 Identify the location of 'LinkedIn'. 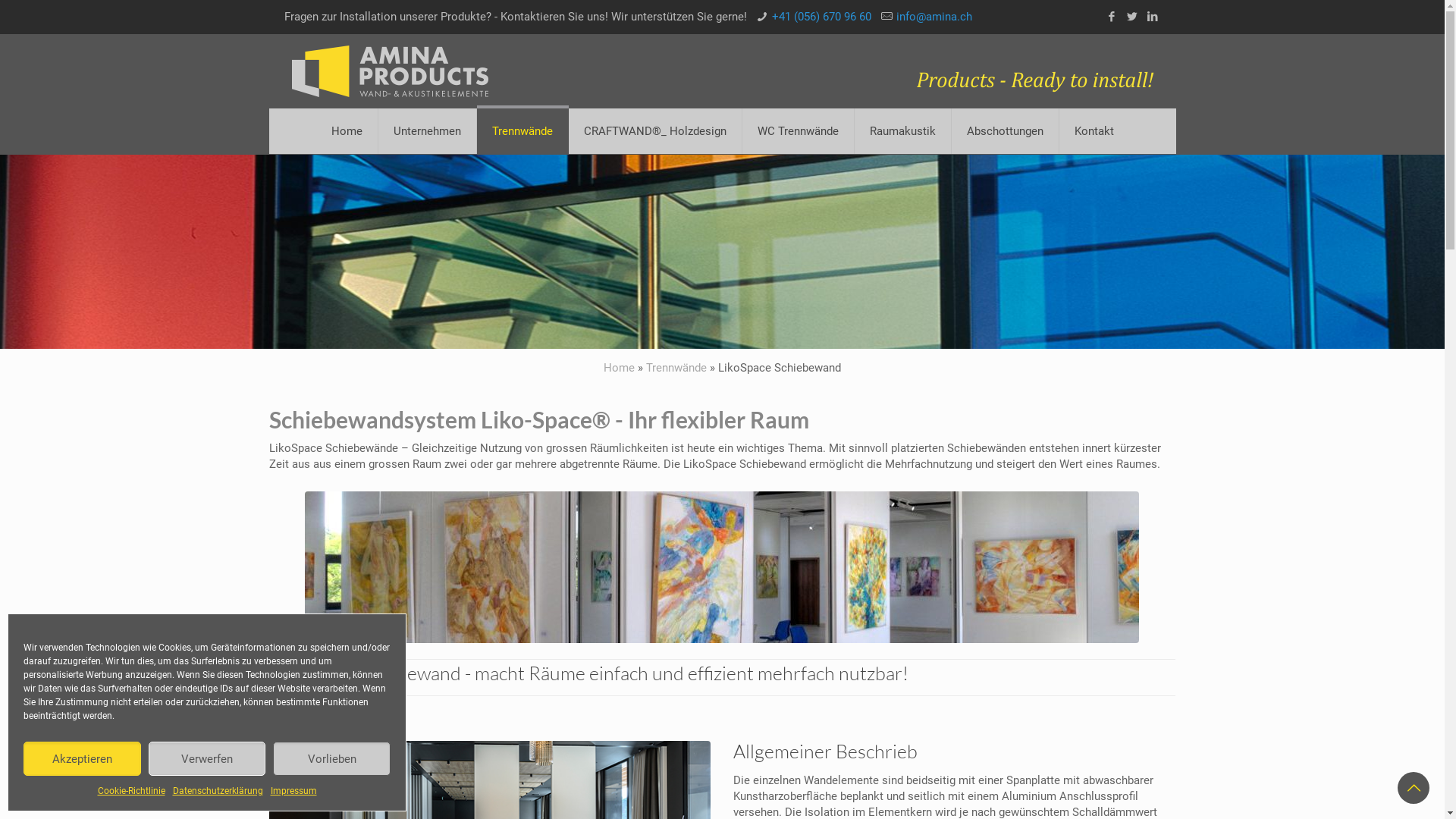
(1153, 17).